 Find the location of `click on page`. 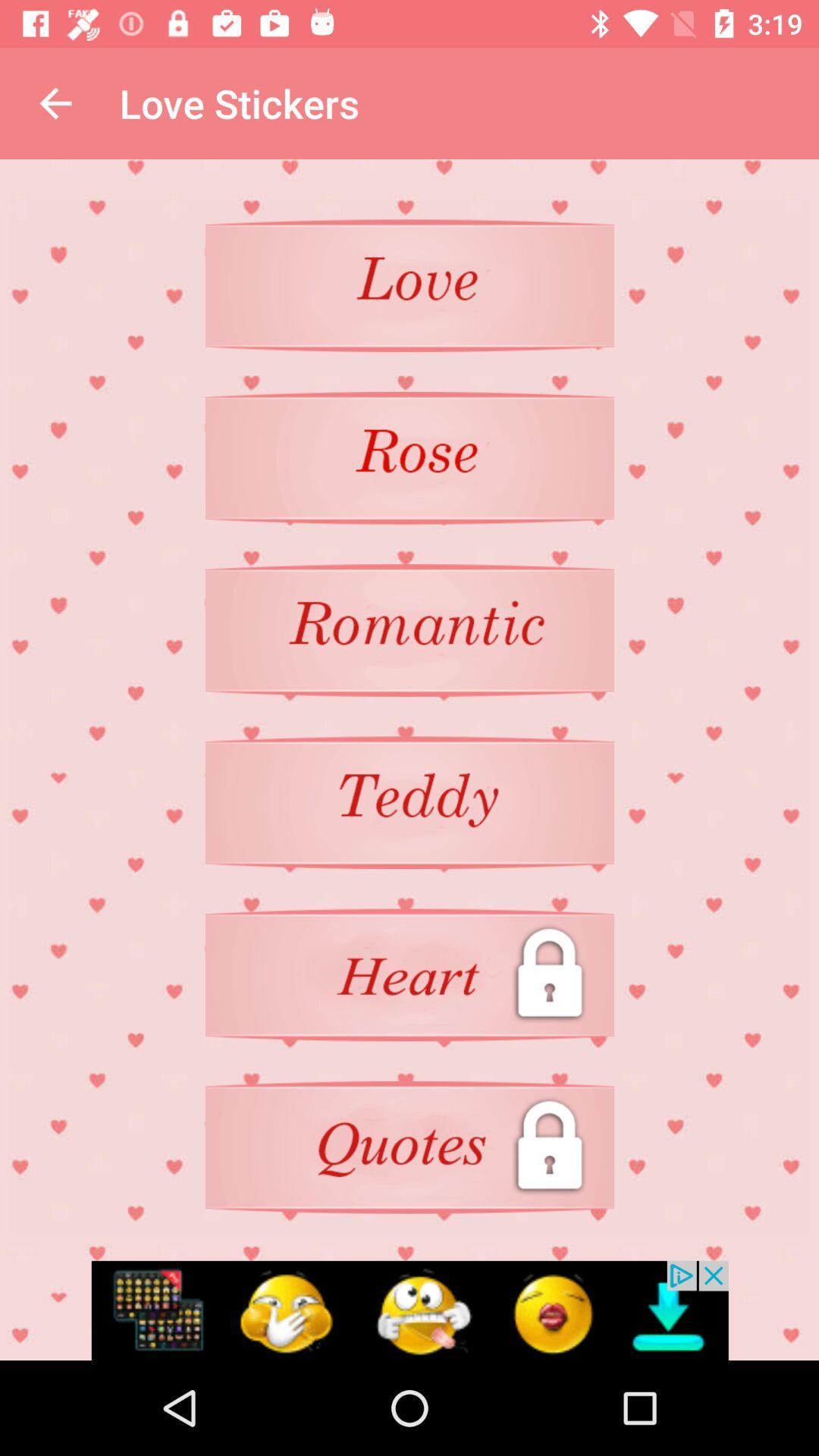

click on page is located at coordinates (409, 285).